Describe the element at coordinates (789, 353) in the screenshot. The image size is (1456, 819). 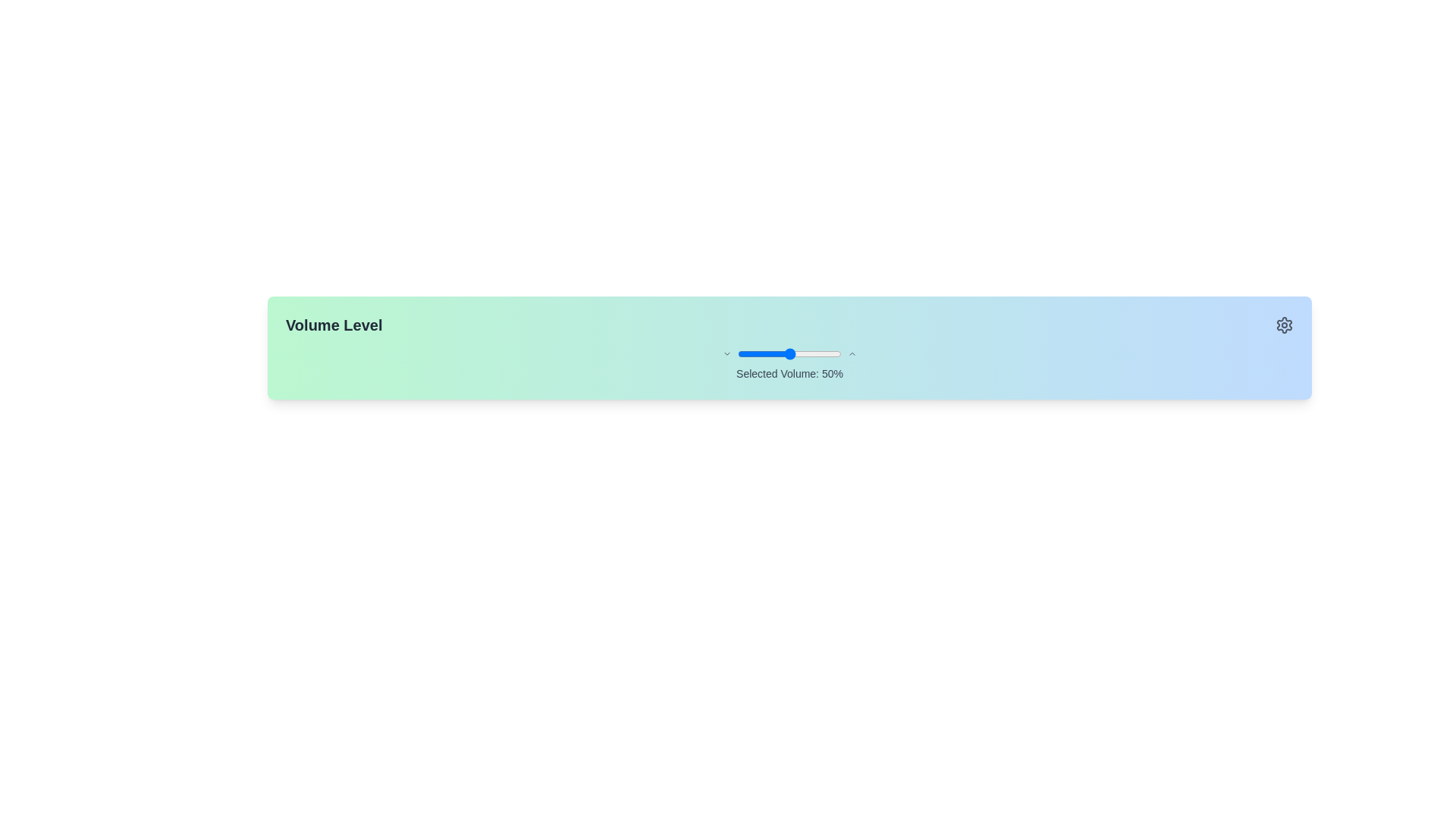
I see `the volume control slider located in the middle of the widget labeled 'Selected Volume: 50%'` at that location.